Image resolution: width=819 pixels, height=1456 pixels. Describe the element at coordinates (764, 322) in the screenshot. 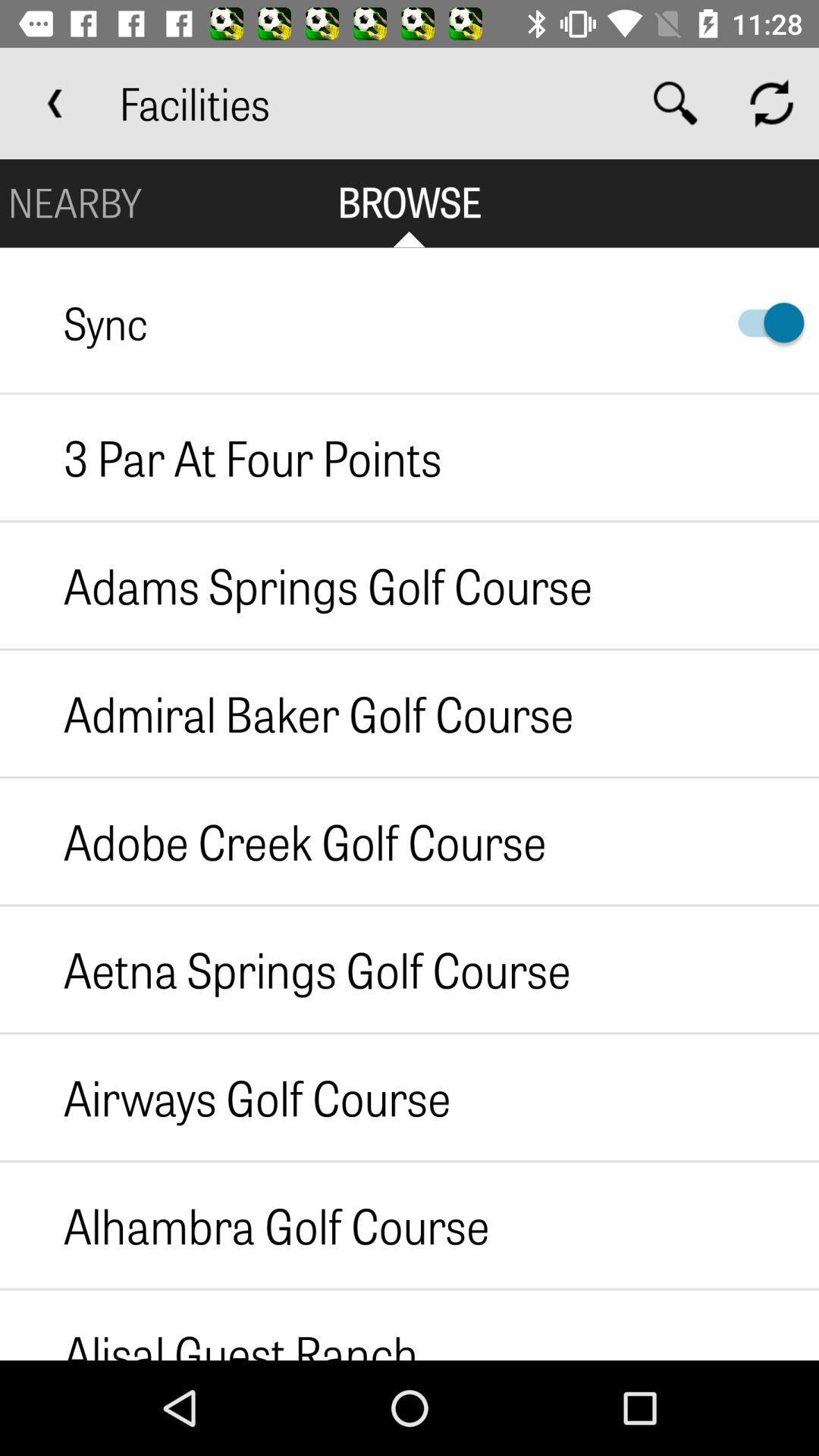

I see `item next to the sync item` at that location.